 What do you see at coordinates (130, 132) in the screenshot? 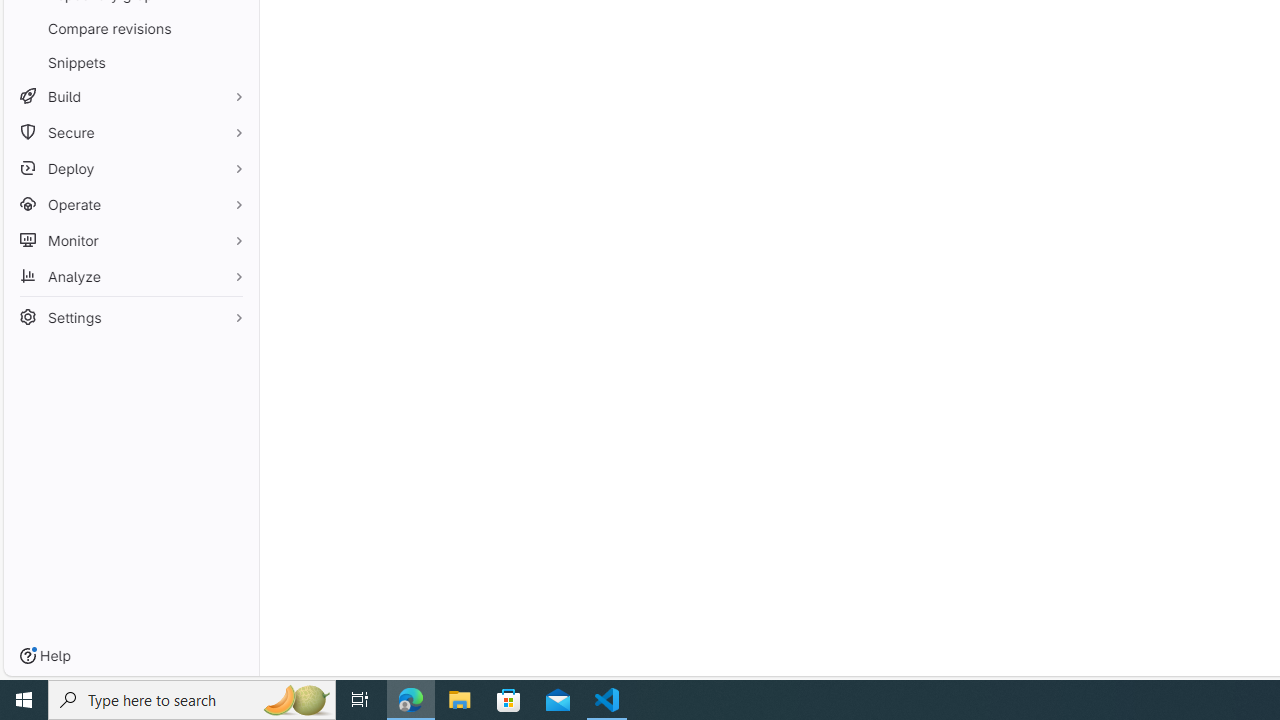
I see `'Secure'` at bounding box center [130, 132].